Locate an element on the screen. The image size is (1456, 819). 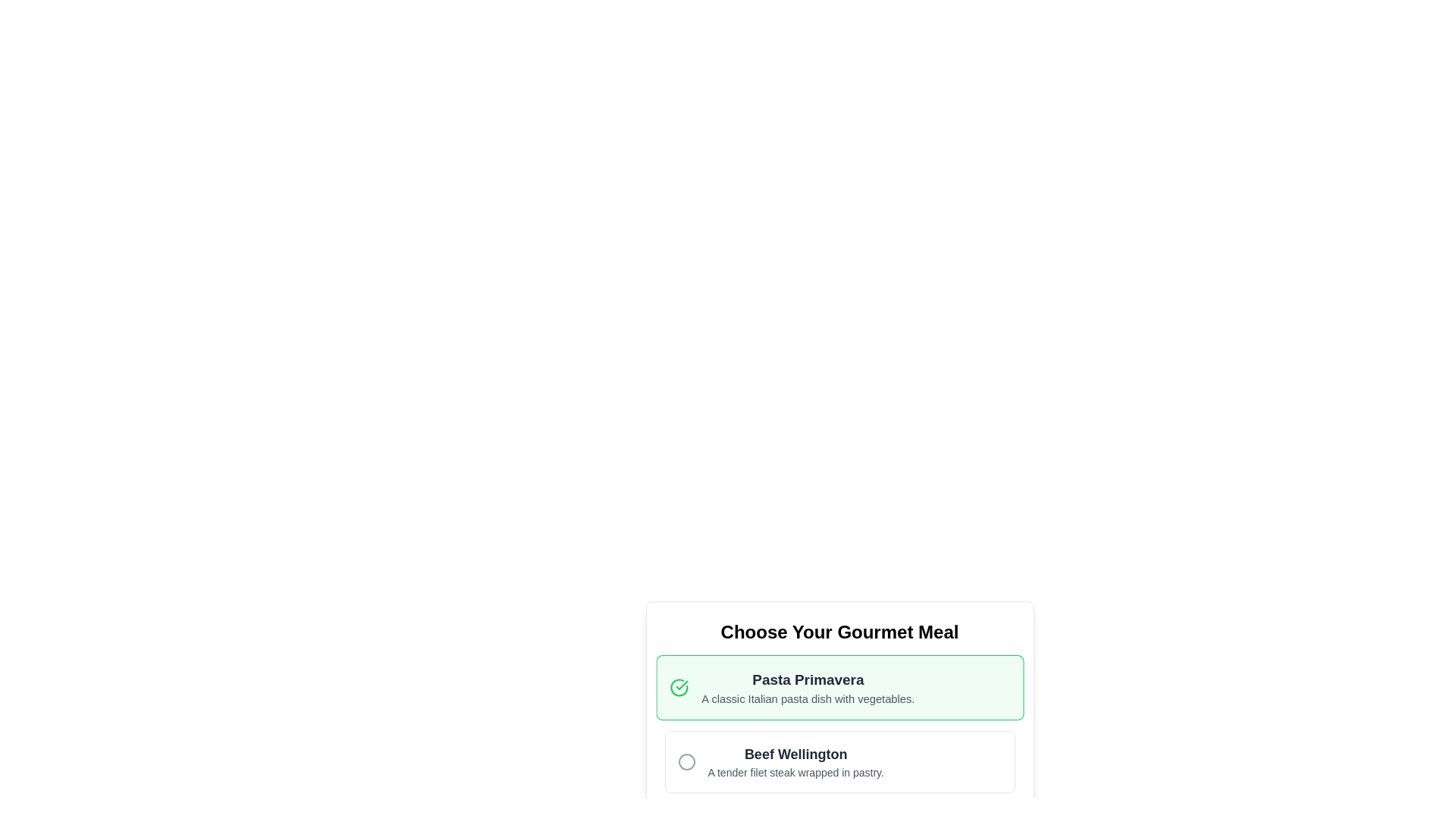
the green checkmark icon located to the left of the 'Pasta Primavera' option in the meal selection interface is located at coordinates (681, 685).